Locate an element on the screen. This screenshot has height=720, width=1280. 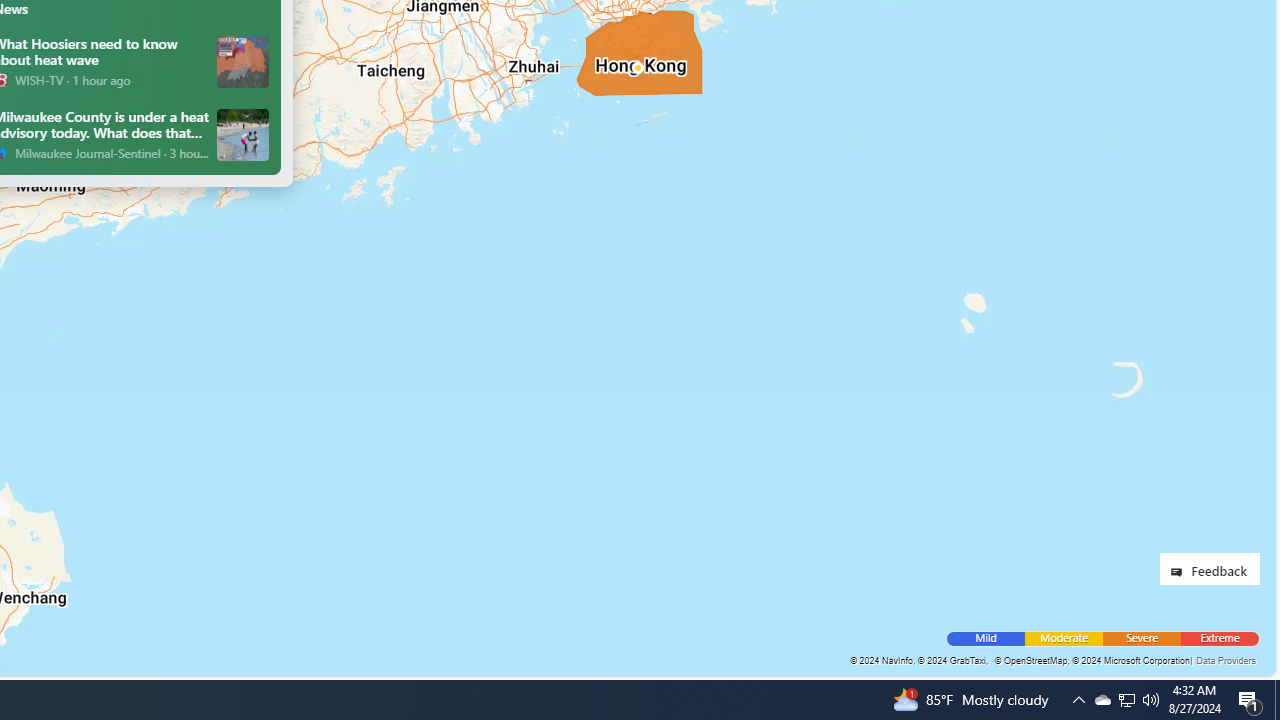
'Class: feedback_link_icon-DS-EntryPoint1-1' is located at coordinates (1180, 572).